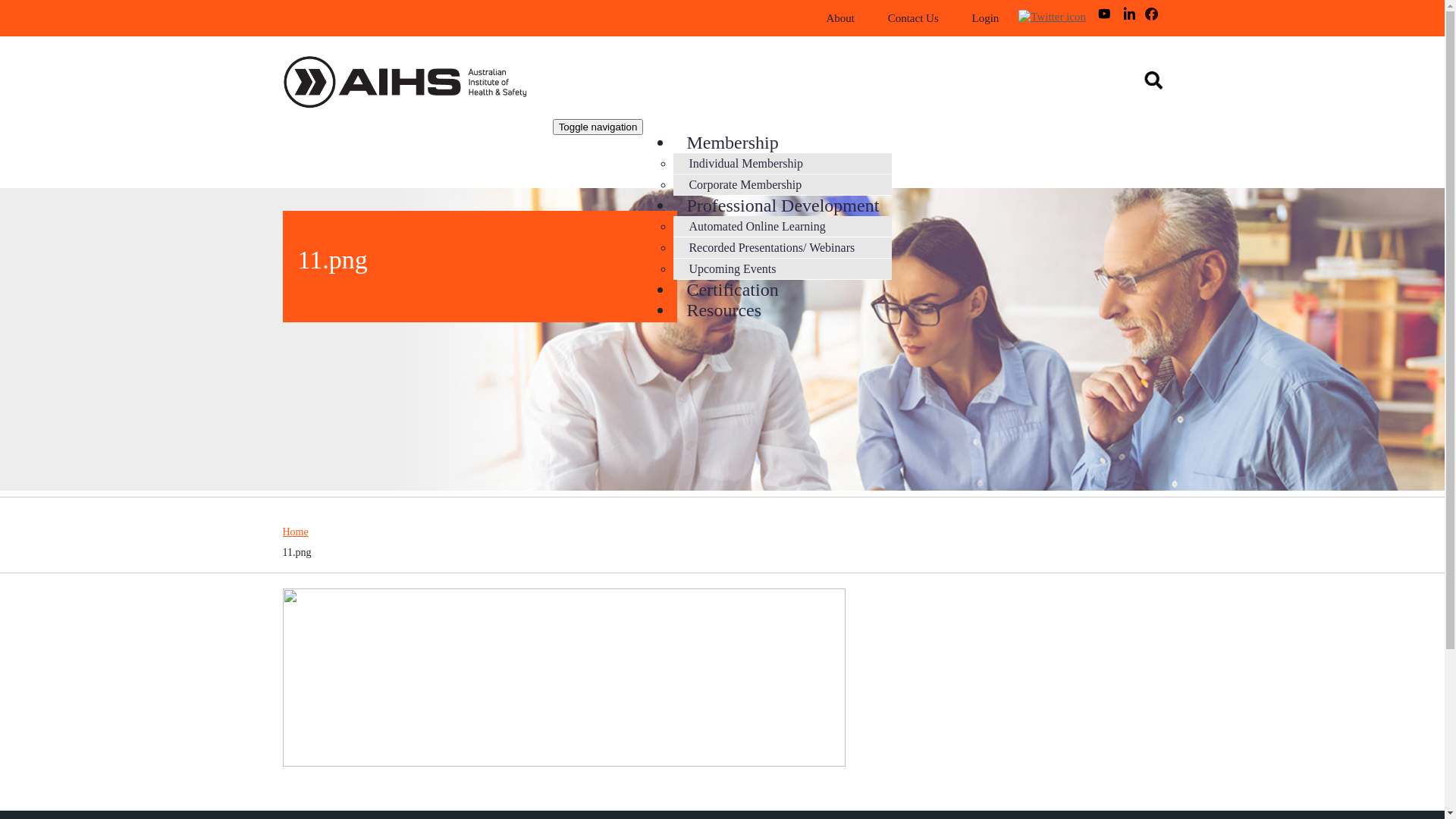 Image resolution: width=1456 pixels, height=819 pixels. I want to click on 'Home', so click(294, 531).